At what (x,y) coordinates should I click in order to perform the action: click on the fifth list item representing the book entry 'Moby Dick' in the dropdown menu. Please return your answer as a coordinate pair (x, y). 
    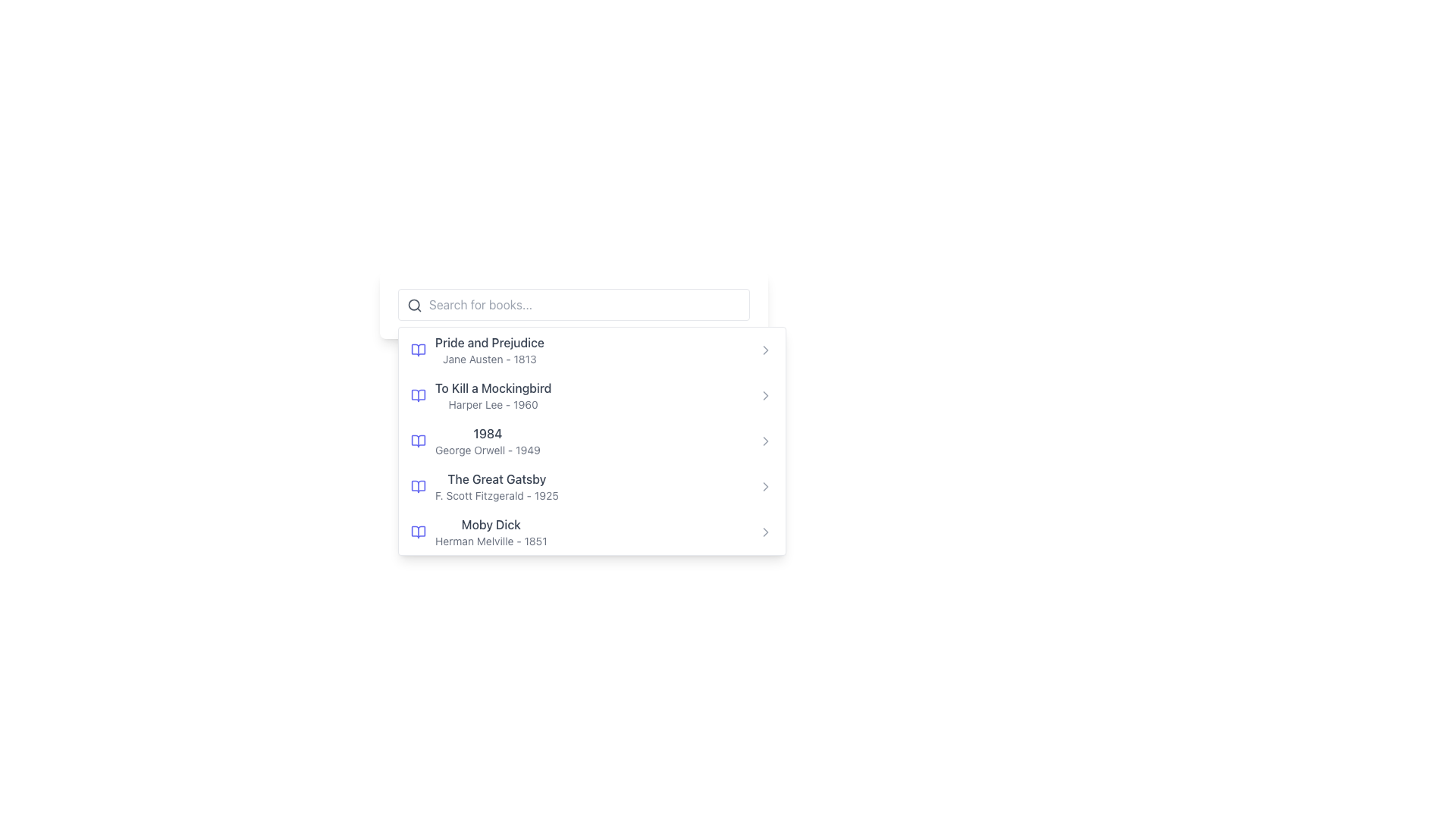
    Looking at the image, I should click on (591, 532).